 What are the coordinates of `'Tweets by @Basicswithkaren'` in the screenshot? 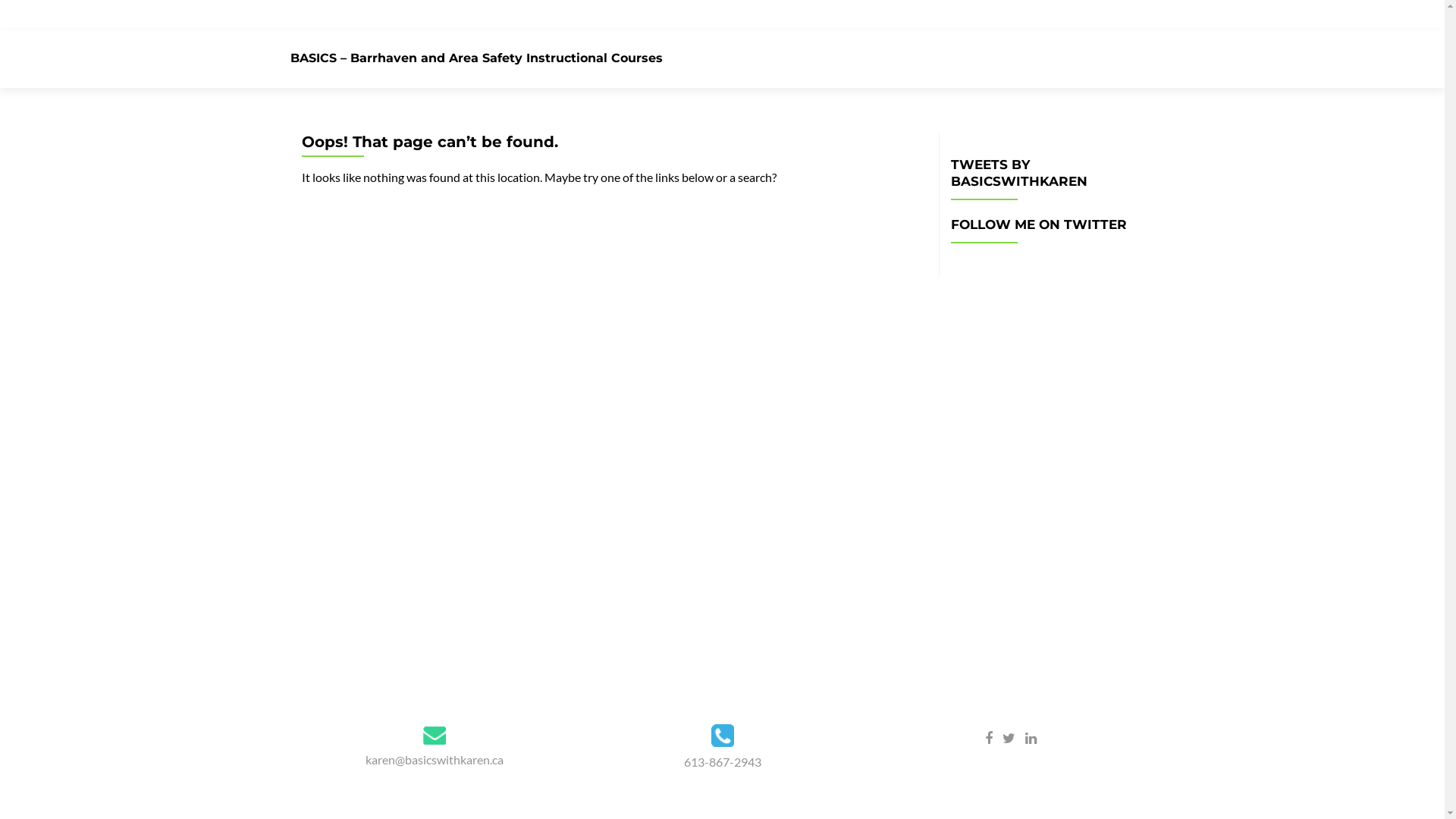 It's located at (1046, 267).